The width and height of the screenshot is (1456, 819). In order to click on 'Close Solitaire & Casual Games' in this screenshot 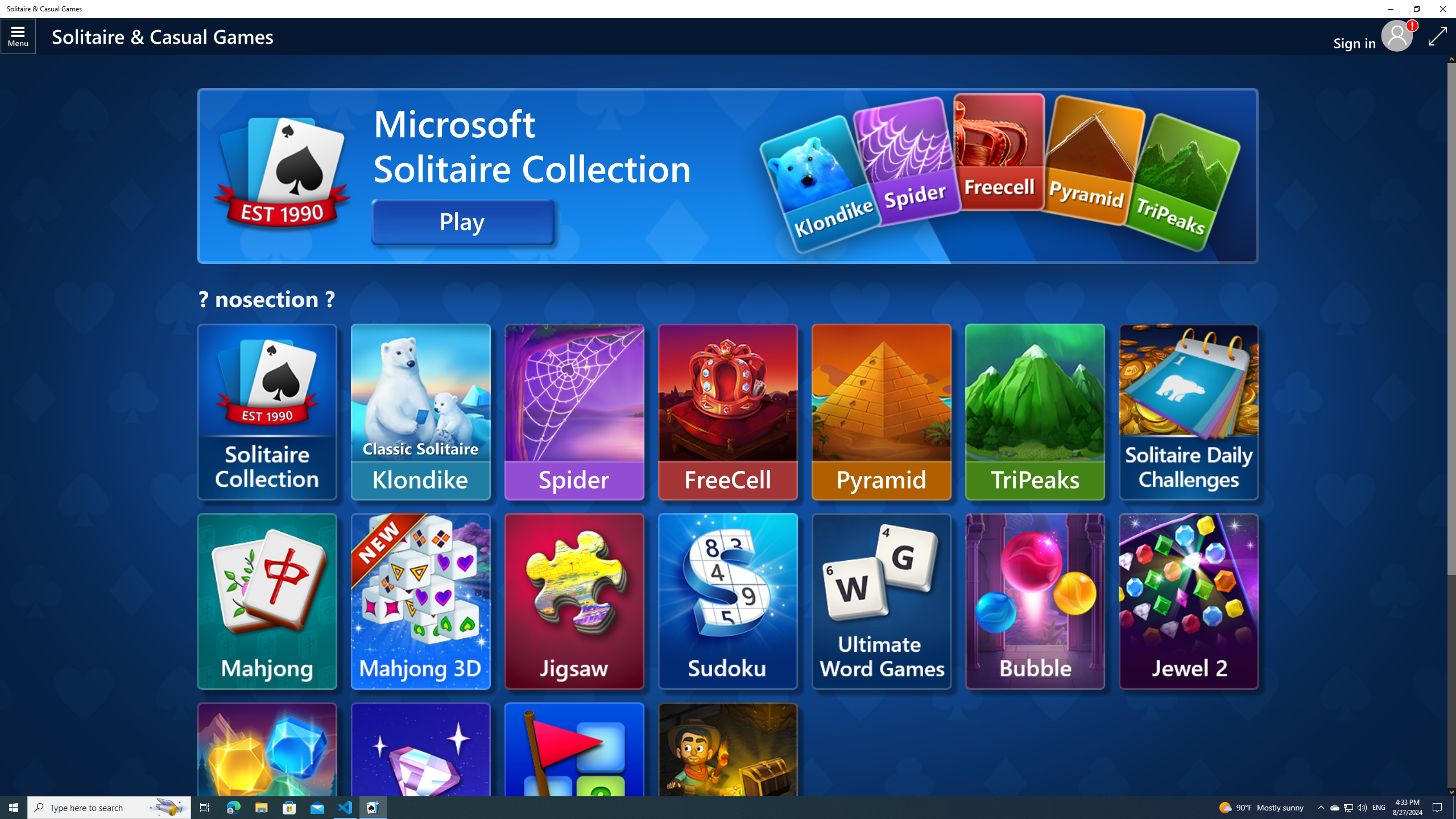, I will do `click(1442, 9)`.